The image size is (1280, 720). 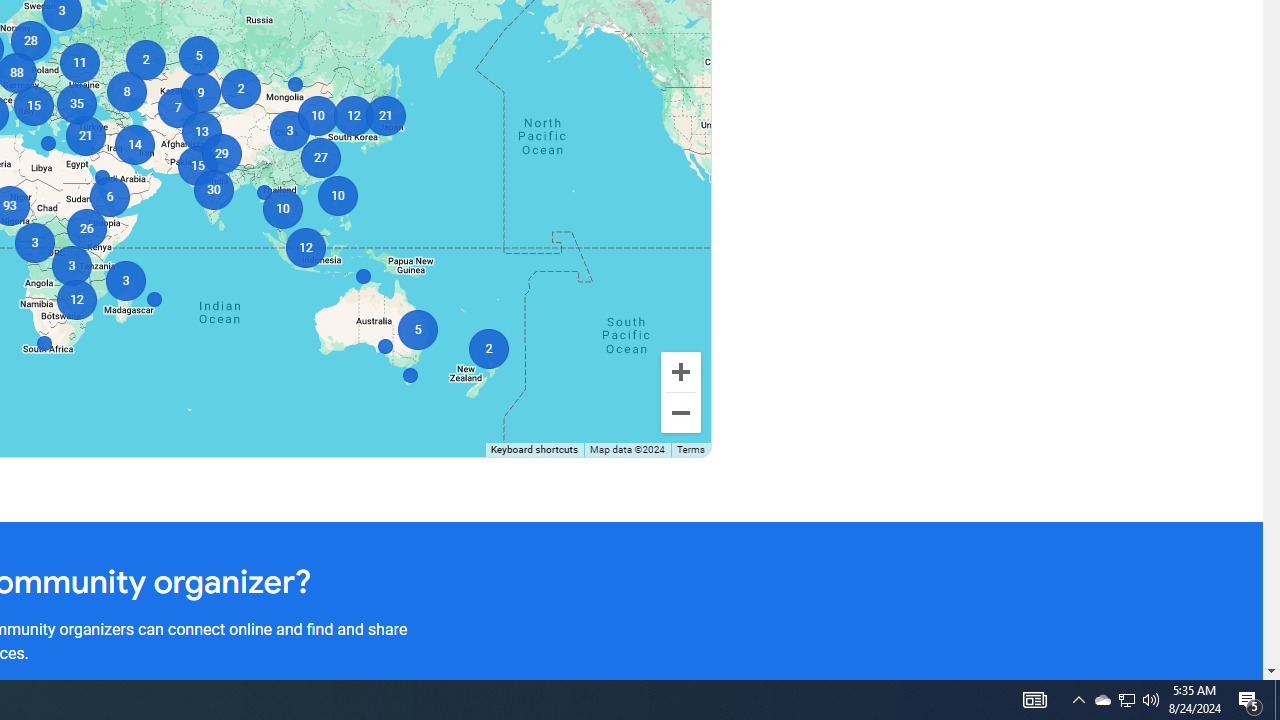 What do you see at coordinates (385, 115) in the screenshot?
I see `'21'` at bounding box center [385, 115].